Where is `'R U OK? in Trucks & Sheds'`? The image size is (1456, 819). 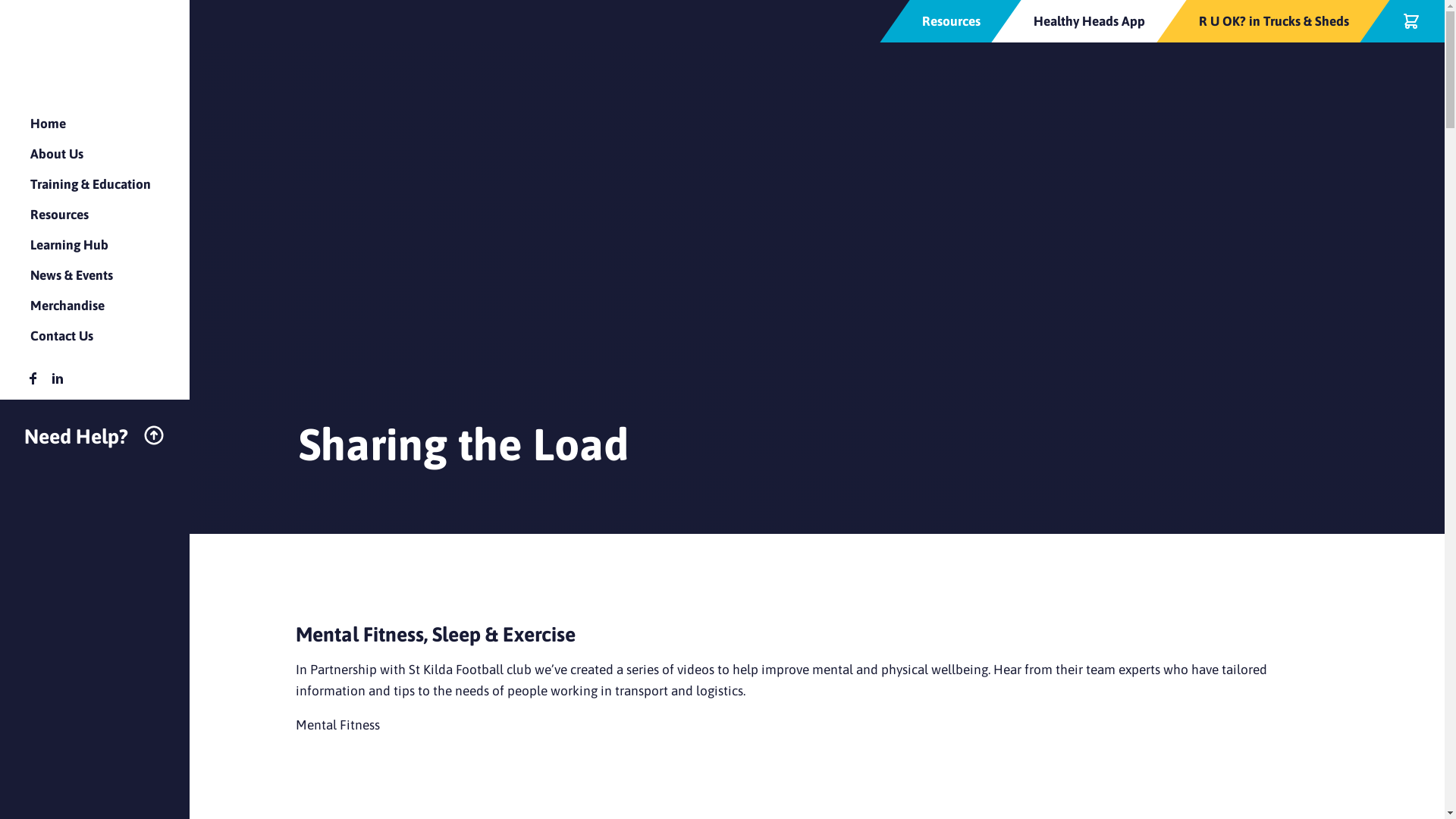 'R U OK? in Trucks & Sheds' is located at coordinates (1274, 20).